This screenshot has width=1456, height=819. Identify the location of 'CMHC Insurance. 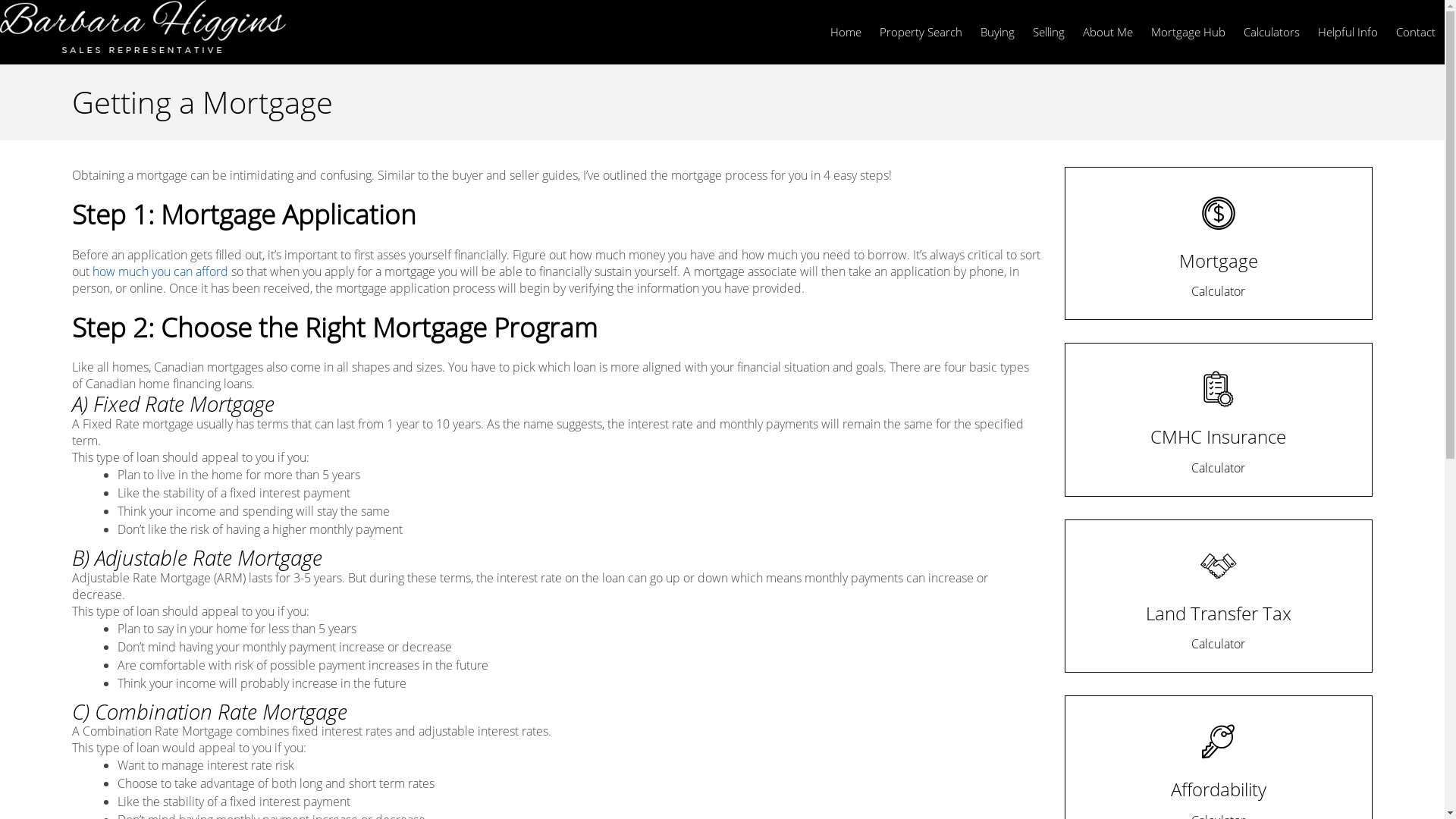
(1219, 419).